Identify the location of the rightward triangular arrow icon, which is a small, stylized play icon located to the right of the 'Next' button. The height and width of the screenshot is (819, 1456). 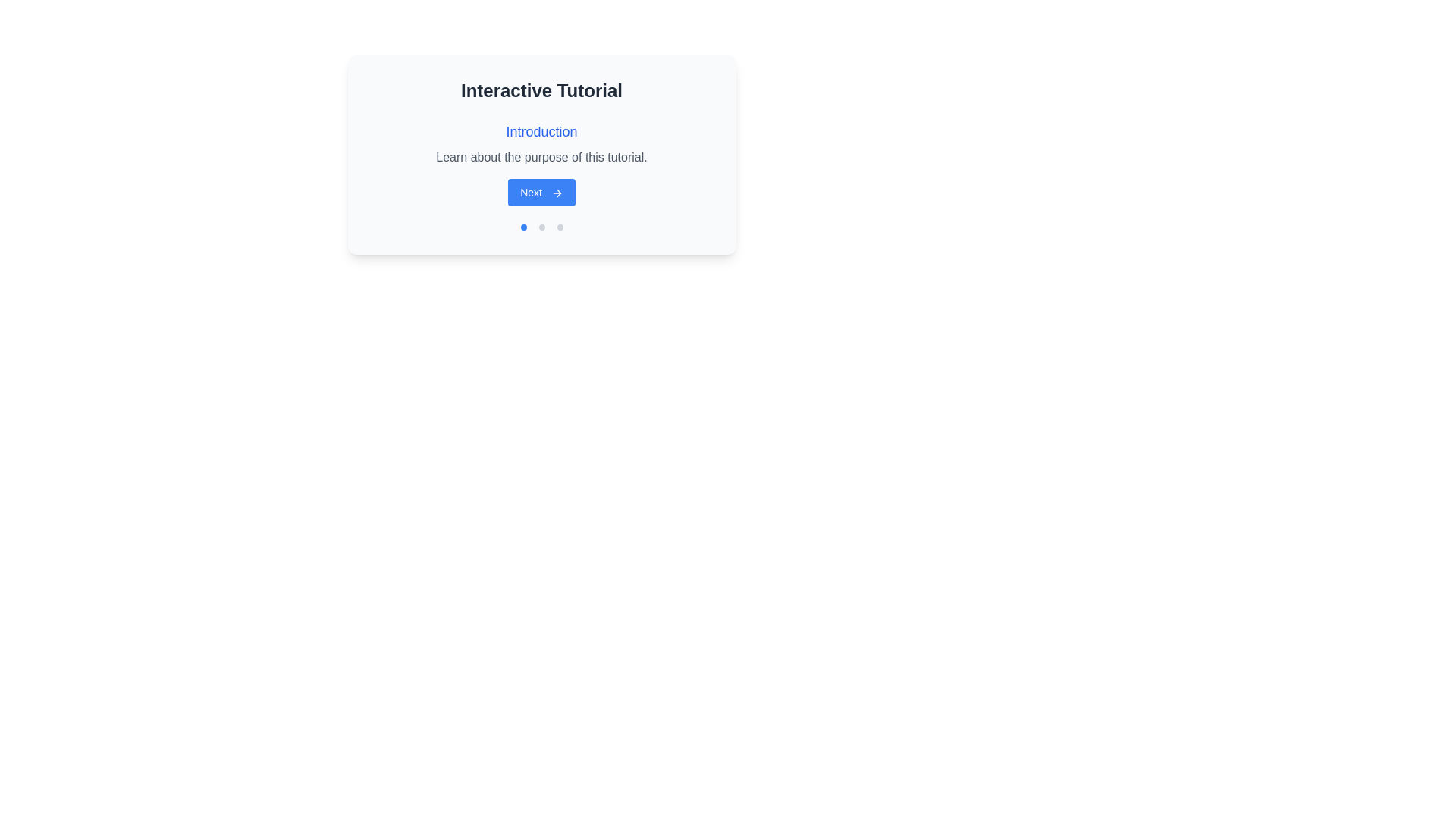
(558, 193).